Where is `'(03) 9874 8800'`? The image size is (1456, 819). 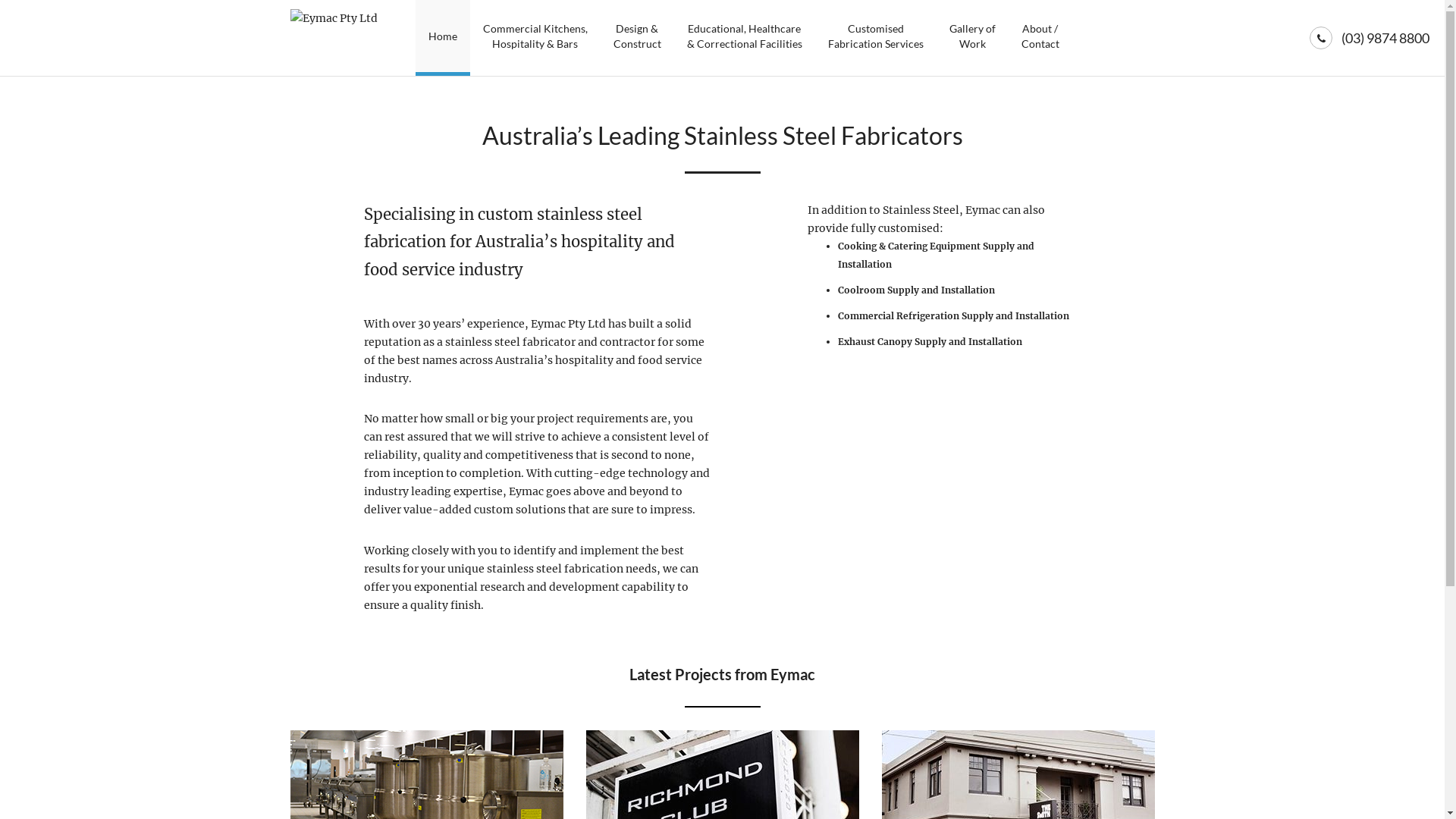 '(03) 9874 8800' is located at coordinates (1385, 37).